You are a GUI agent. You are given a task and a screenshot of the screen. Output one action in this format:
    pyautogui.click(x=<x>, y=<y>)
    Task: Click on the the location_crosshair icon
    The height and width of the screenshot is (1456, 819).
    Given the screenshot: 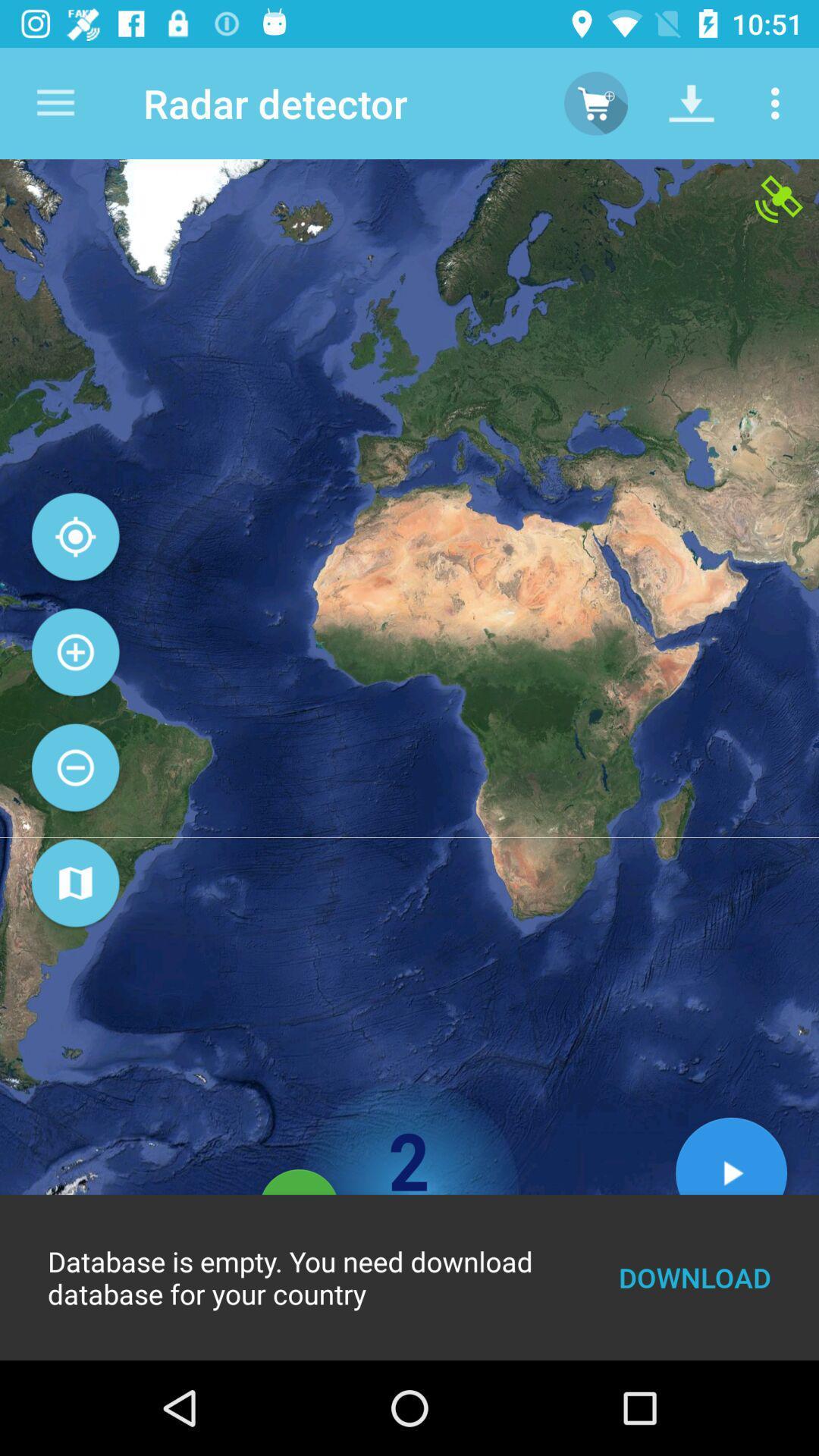 What is the action you would take?
    pyautogui.click(x=75, y=537)
    